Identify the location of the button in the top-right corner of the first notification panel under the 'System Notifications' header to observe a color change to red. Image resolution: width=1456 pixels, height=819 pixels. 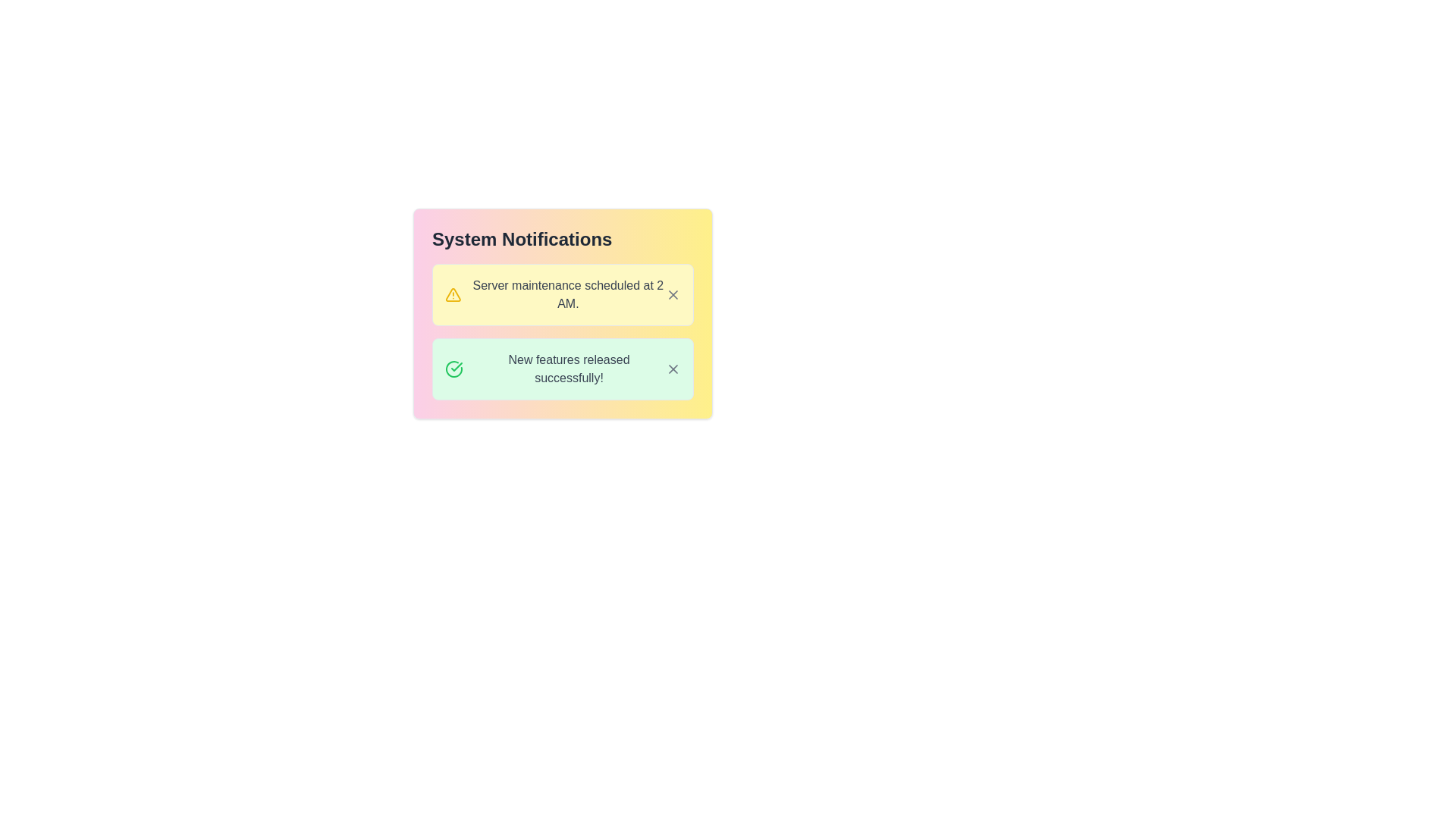
(673, 295).